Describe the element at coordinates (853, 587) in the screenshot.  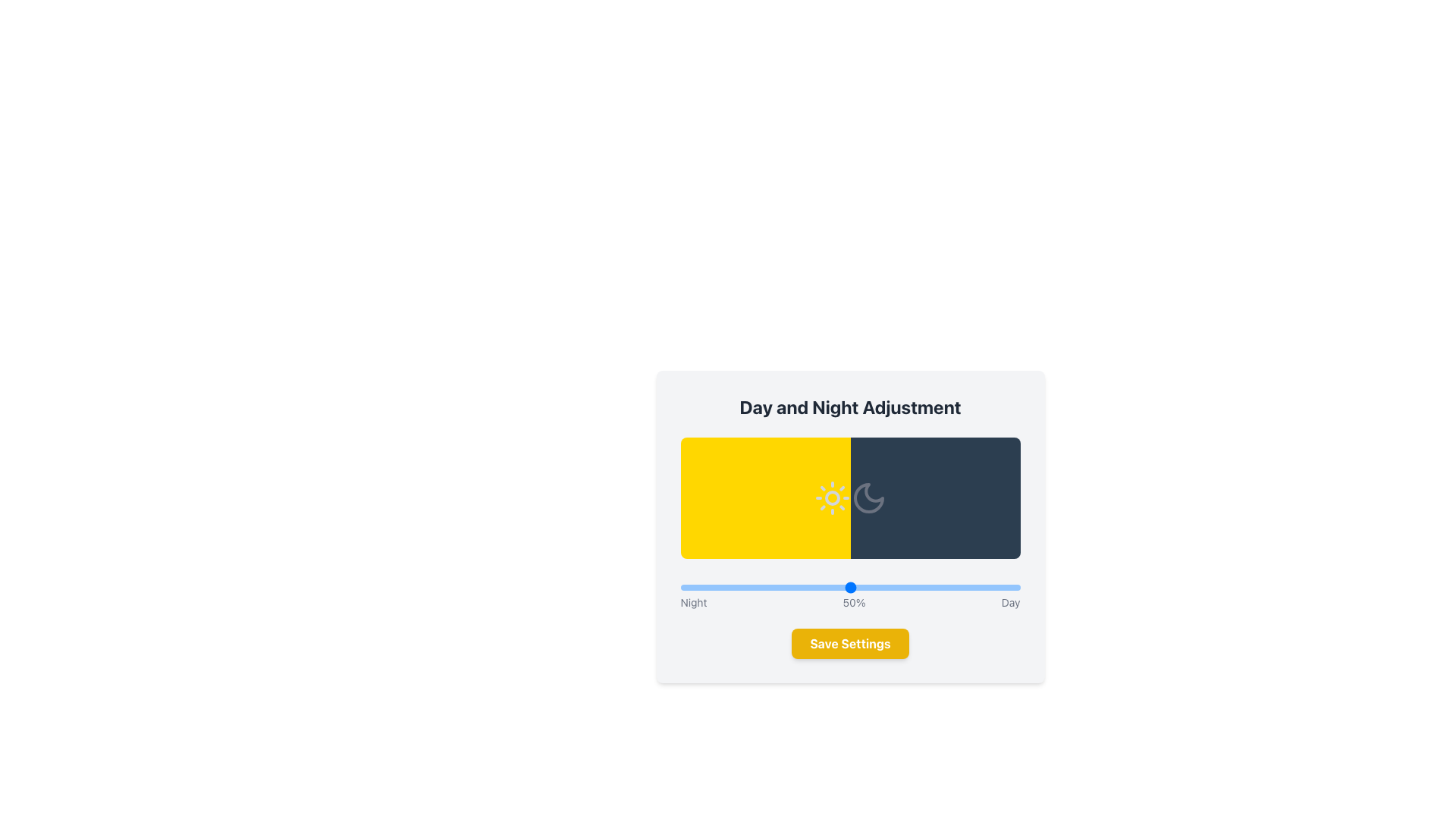
I see `the adjustment slider` at that location.